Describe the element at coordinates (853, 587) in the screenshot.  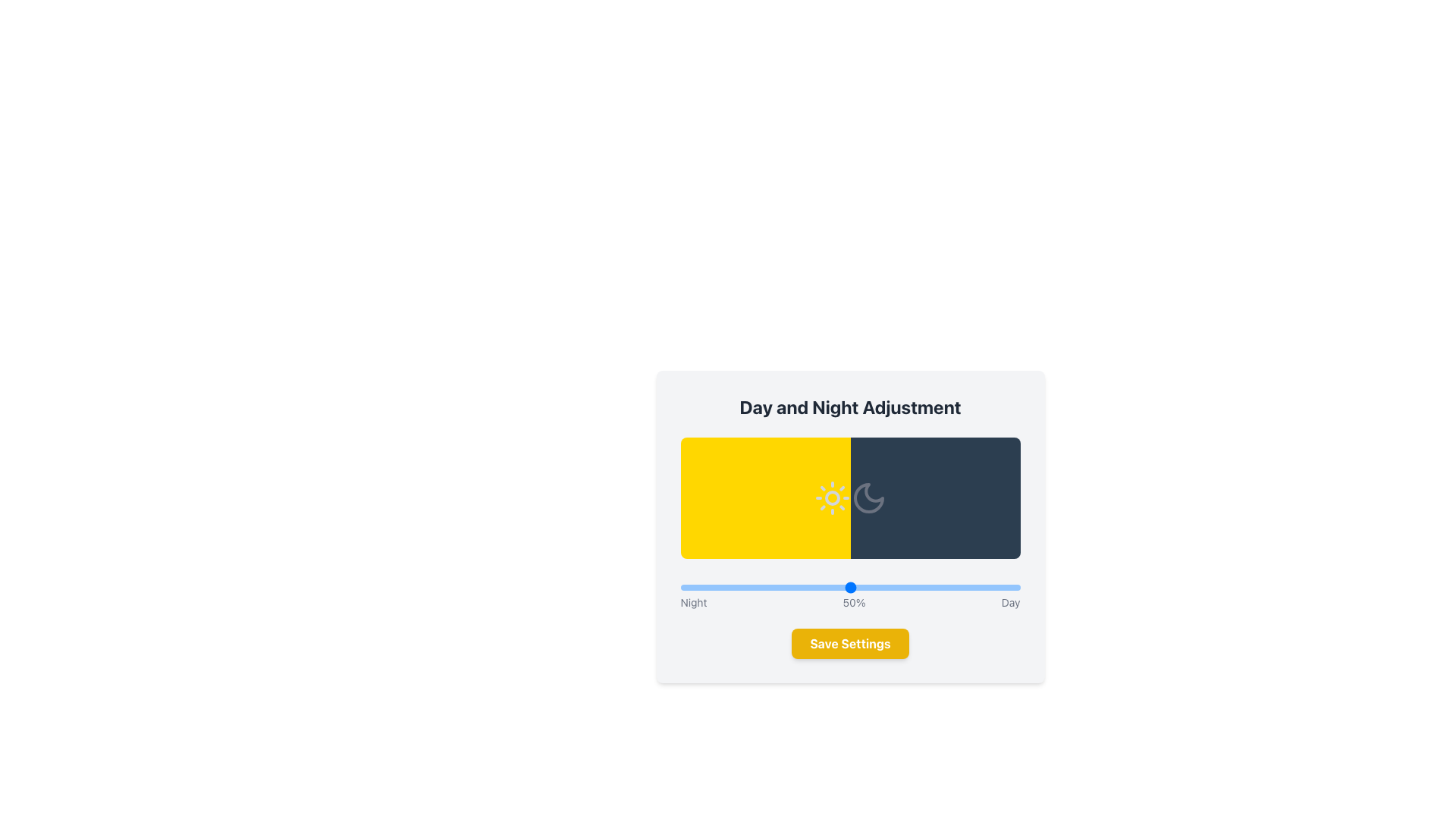
I see `the adjustment slider` at that location.